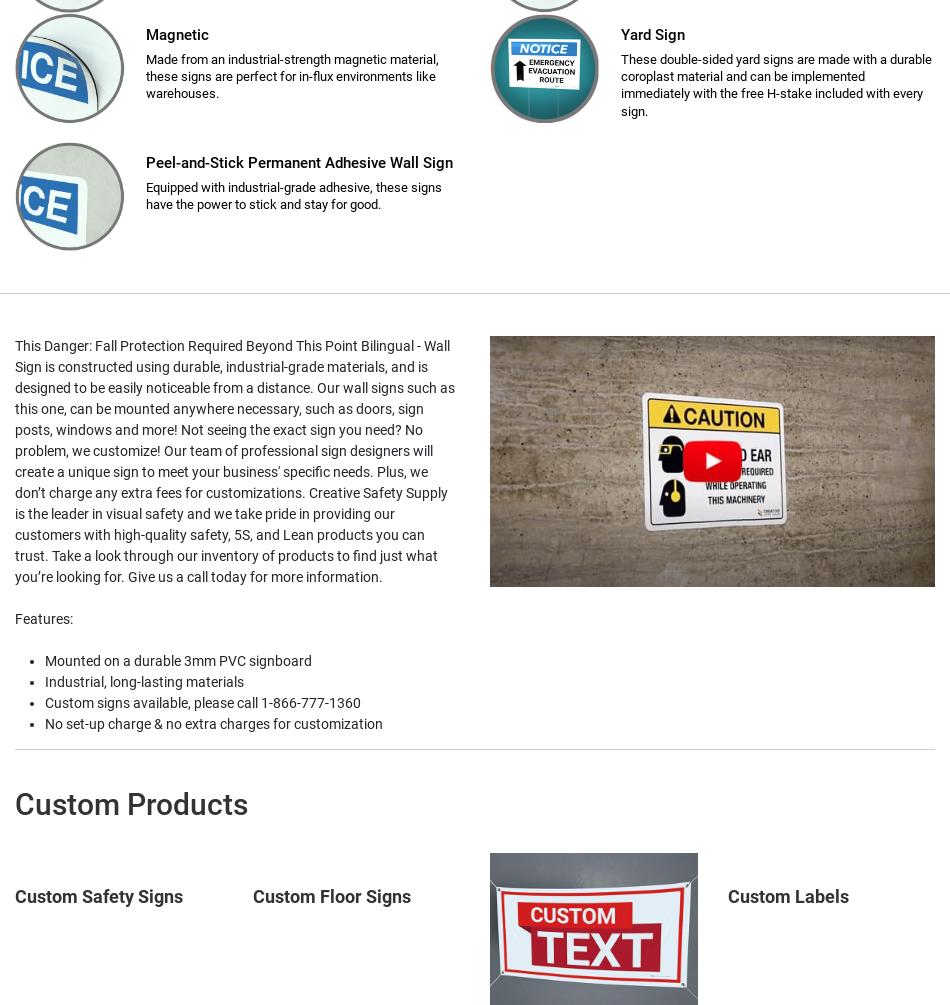  What do you see at coordinates (786, 895) in the screenshot?
I see `'Custom Labels'` at bounding box center [786, 895].